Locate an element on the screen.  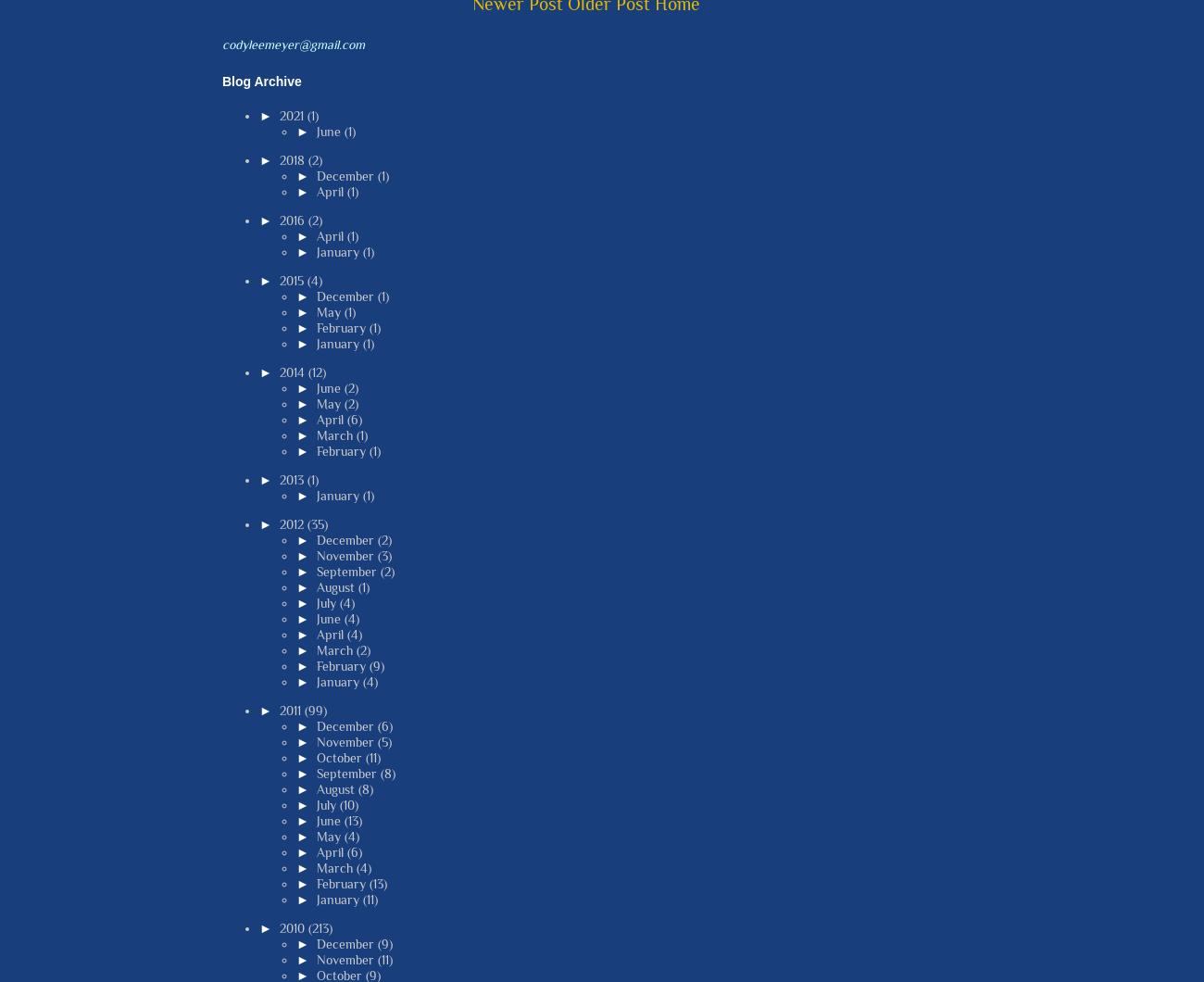
'(5)' is located at coordinates (383, 740).